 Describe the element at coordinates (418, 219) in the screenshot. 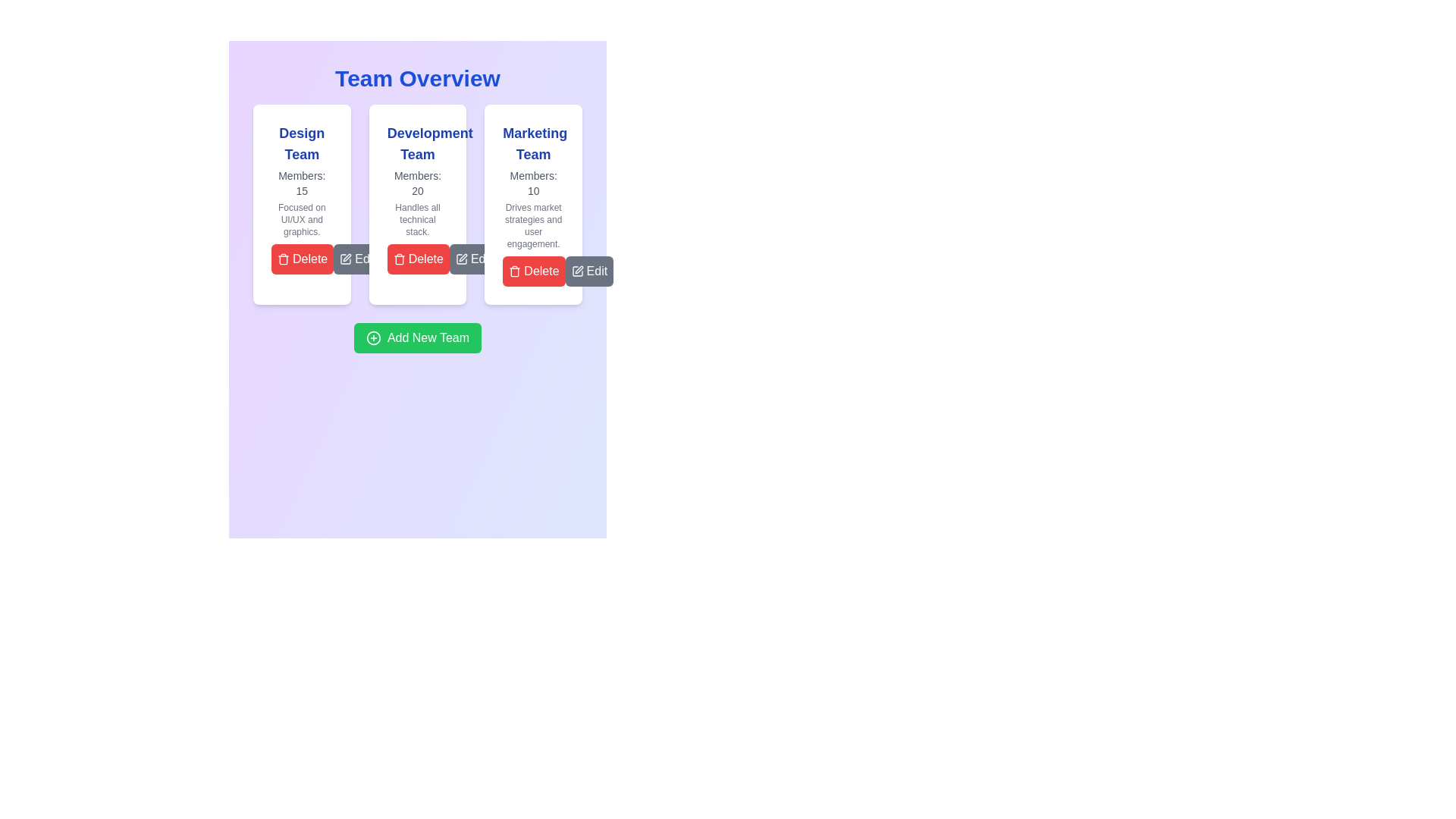

I see `the text block styled with a small gray font that reads 'Handles all technical stack,' located centrally under 'Members: 20' and above the 'Delete' and 'Edit' buttons in the 'Development Team' box` at that location.